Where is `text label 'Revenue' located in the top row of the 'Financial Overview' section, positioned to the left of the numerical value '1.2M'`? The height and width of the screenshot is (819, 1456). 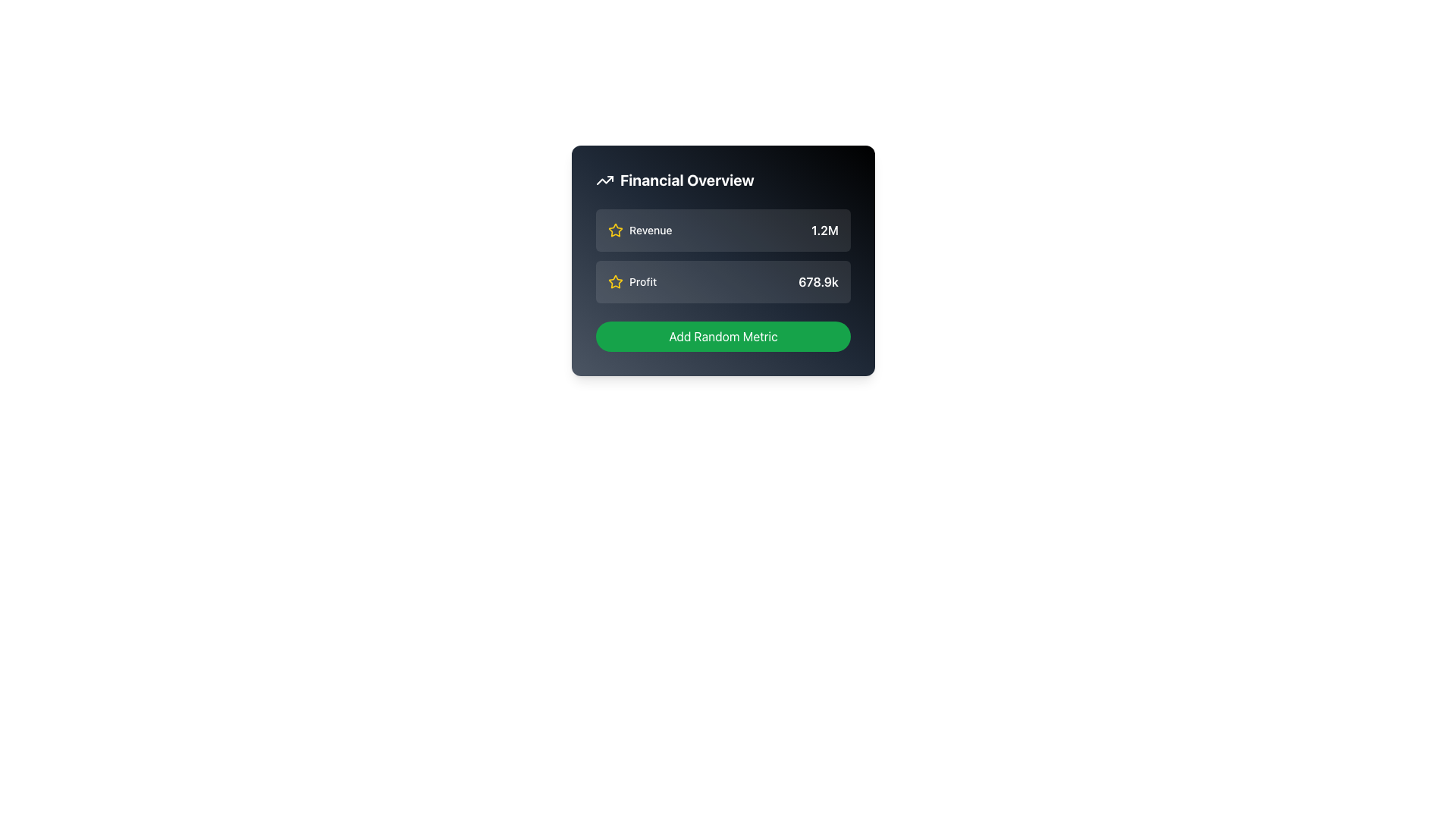
text label 'Revenue' located in the top row of the 'Financial Overview' section, positioned to the left of the numerical value '1.2M' is located at coordinates (651, 231).